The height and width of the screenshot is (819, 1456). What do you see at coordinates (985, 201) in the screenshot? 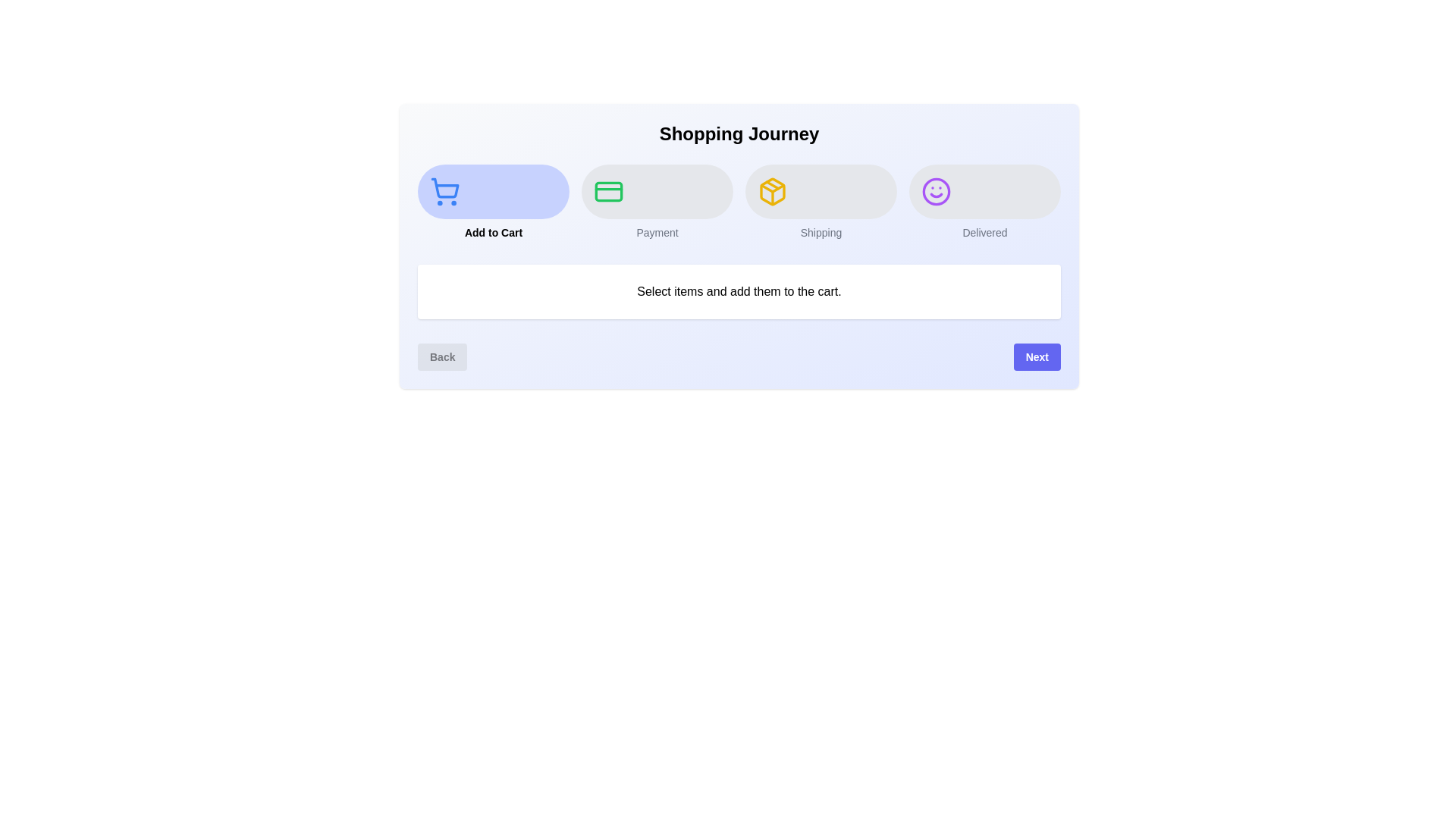
I see `the step indicator corresponding to Delivered` at bounding box center [985, 201].